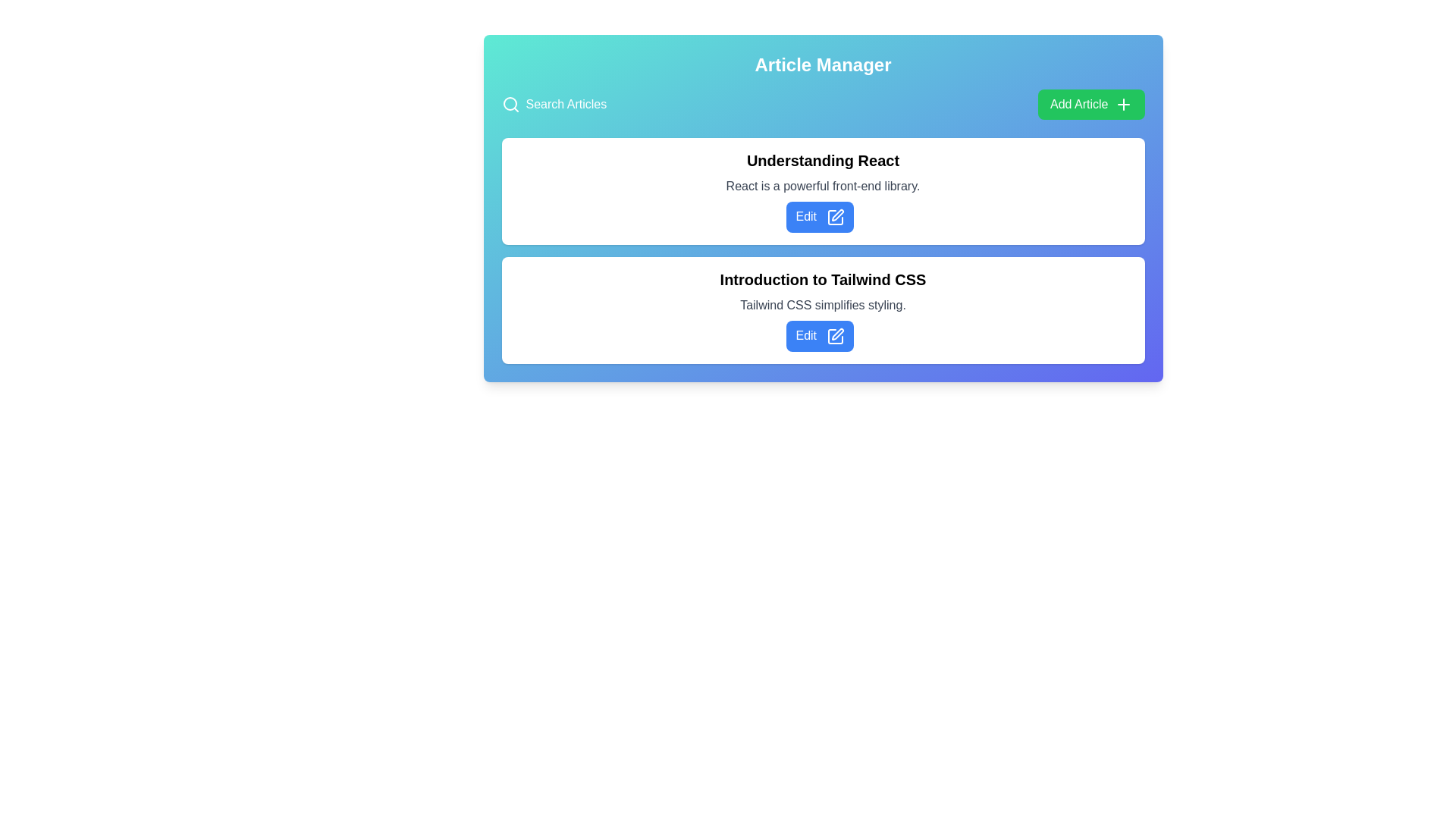 The width and height of the screenshot is (1456, 819). I want to click on the first icon in the edit action group, located next to the blue 'Edit' buttons for managing articles, so click(834, 217).